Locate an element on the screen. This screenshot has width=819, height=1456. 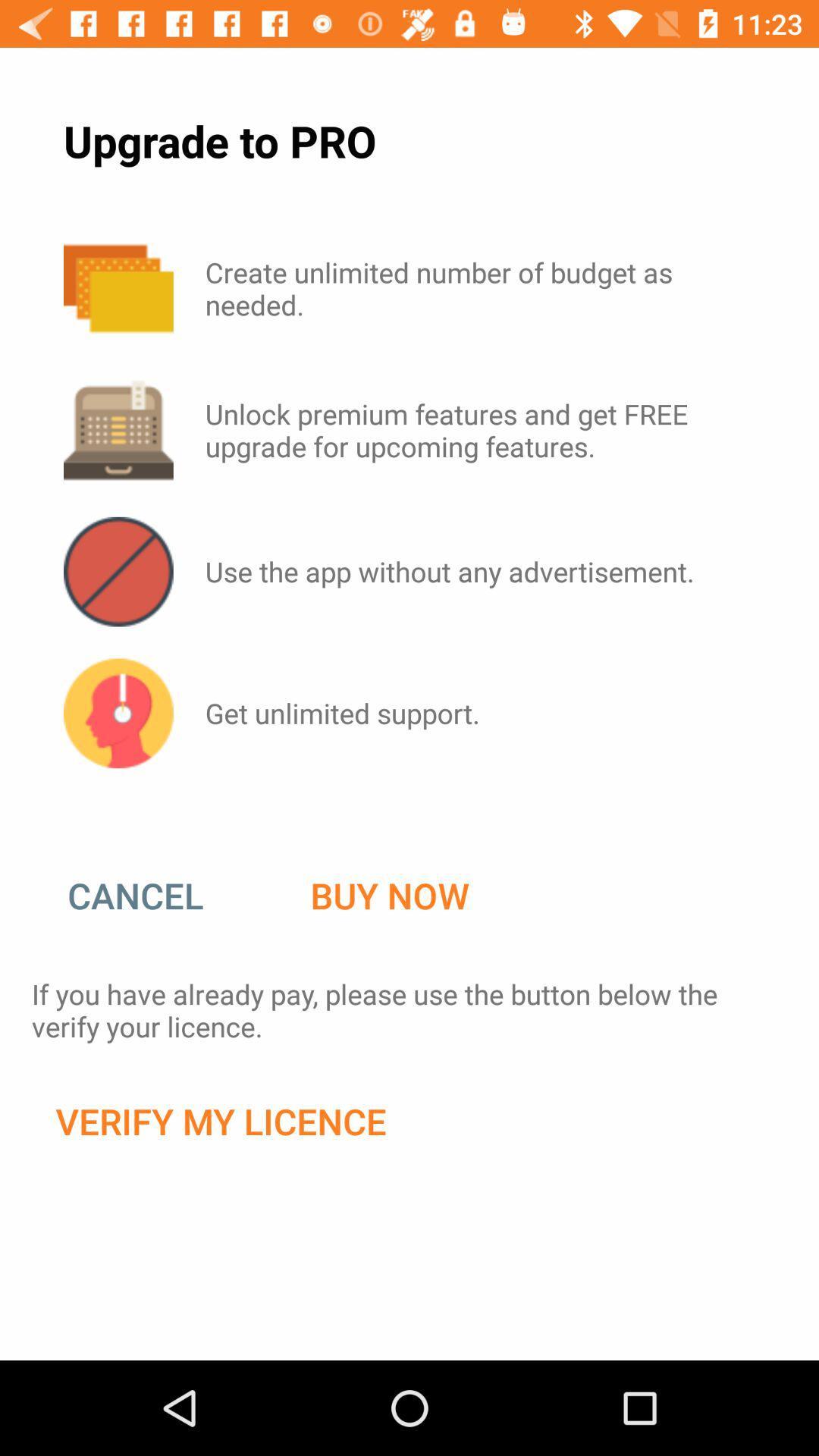
the cancel is located at coordinates (151, 896).